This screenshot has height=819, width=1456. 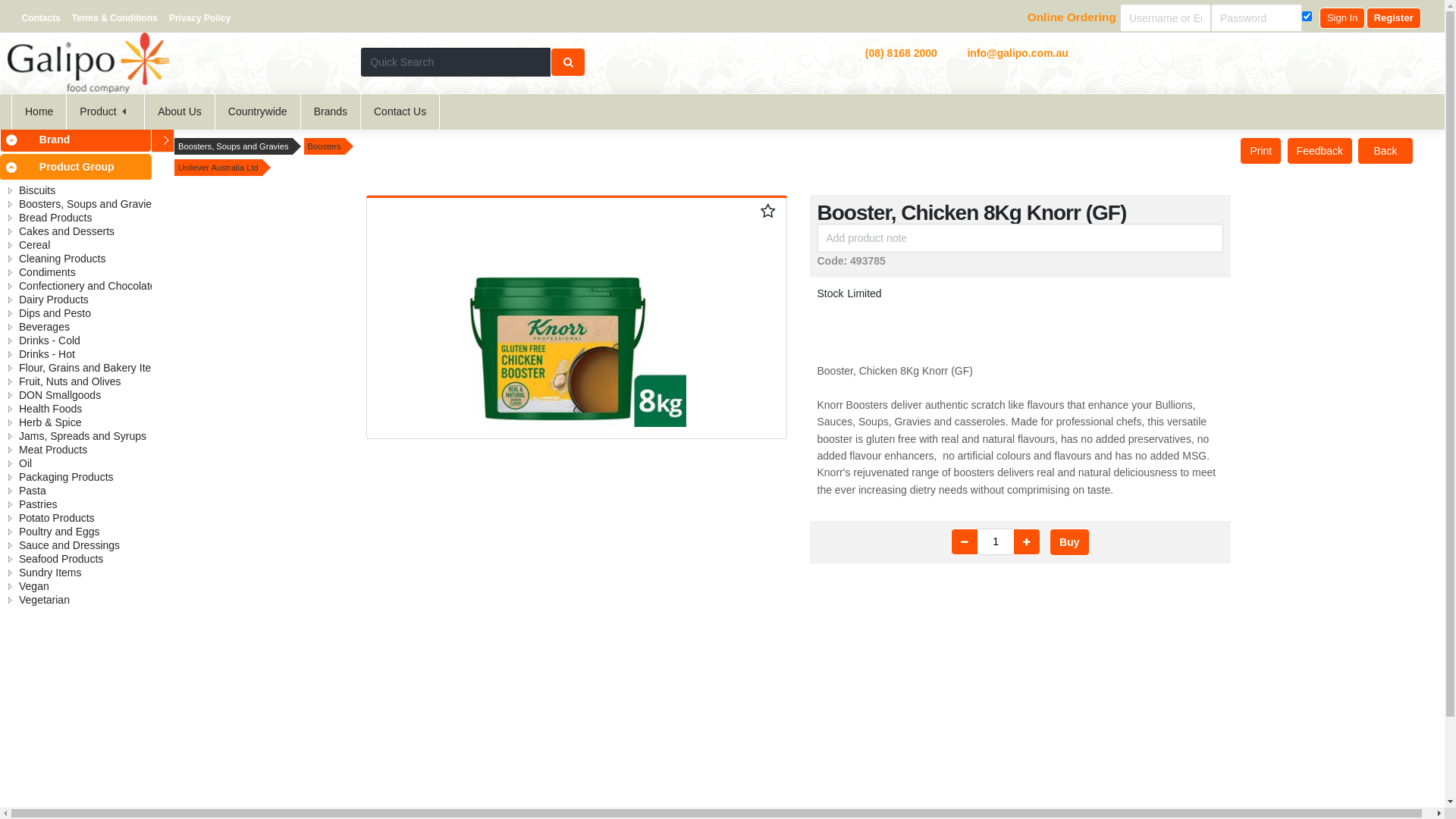 What do you see at coordinates (1385, 151) in the screenshot?
I see `'Back'` at bounding box center [1385, 151].